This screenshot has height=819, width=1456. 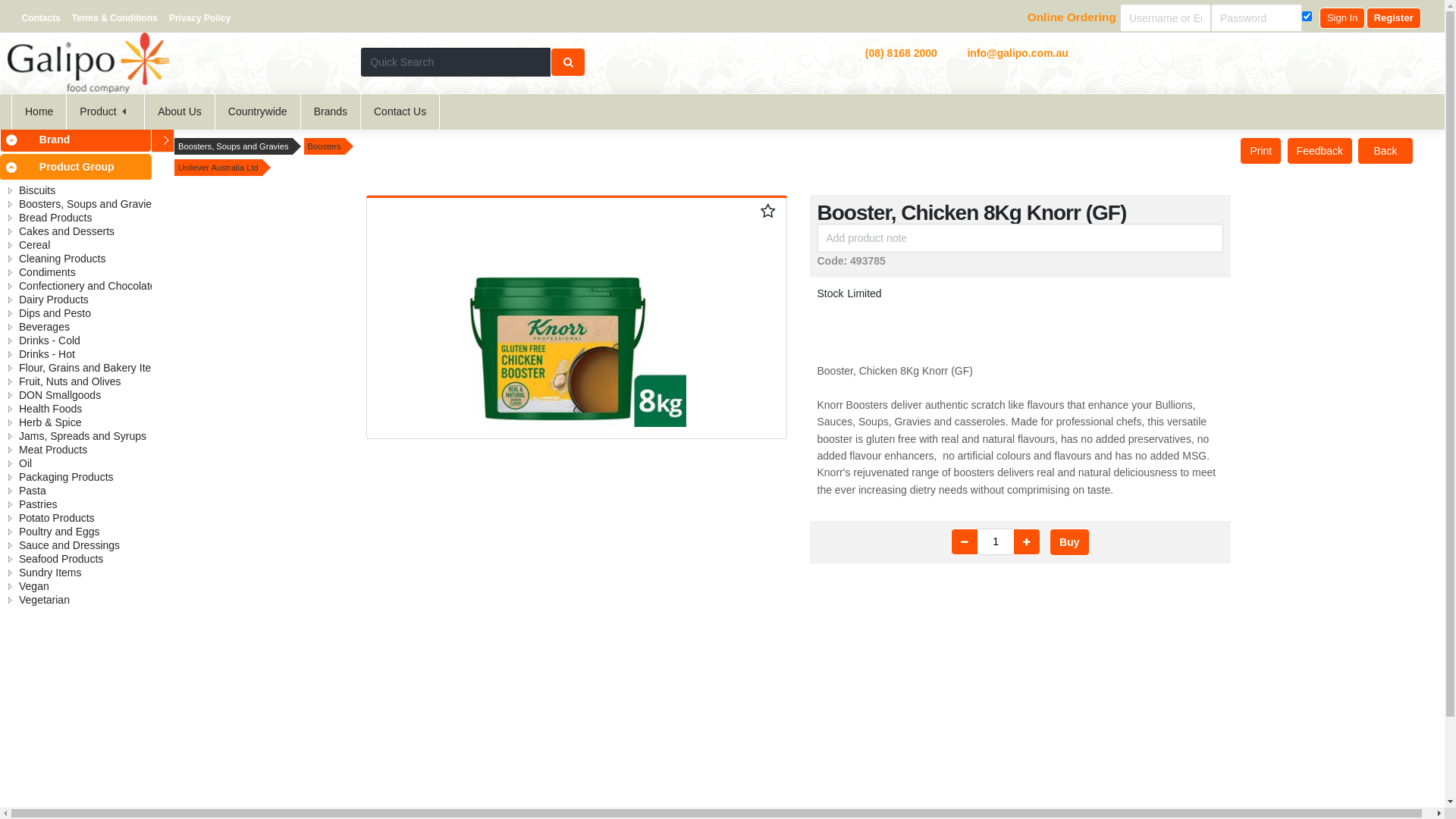 What do you see at coordinates (1385, 151) in the screenshot?
I see `'Back'` at bounding box center [1385, 151].